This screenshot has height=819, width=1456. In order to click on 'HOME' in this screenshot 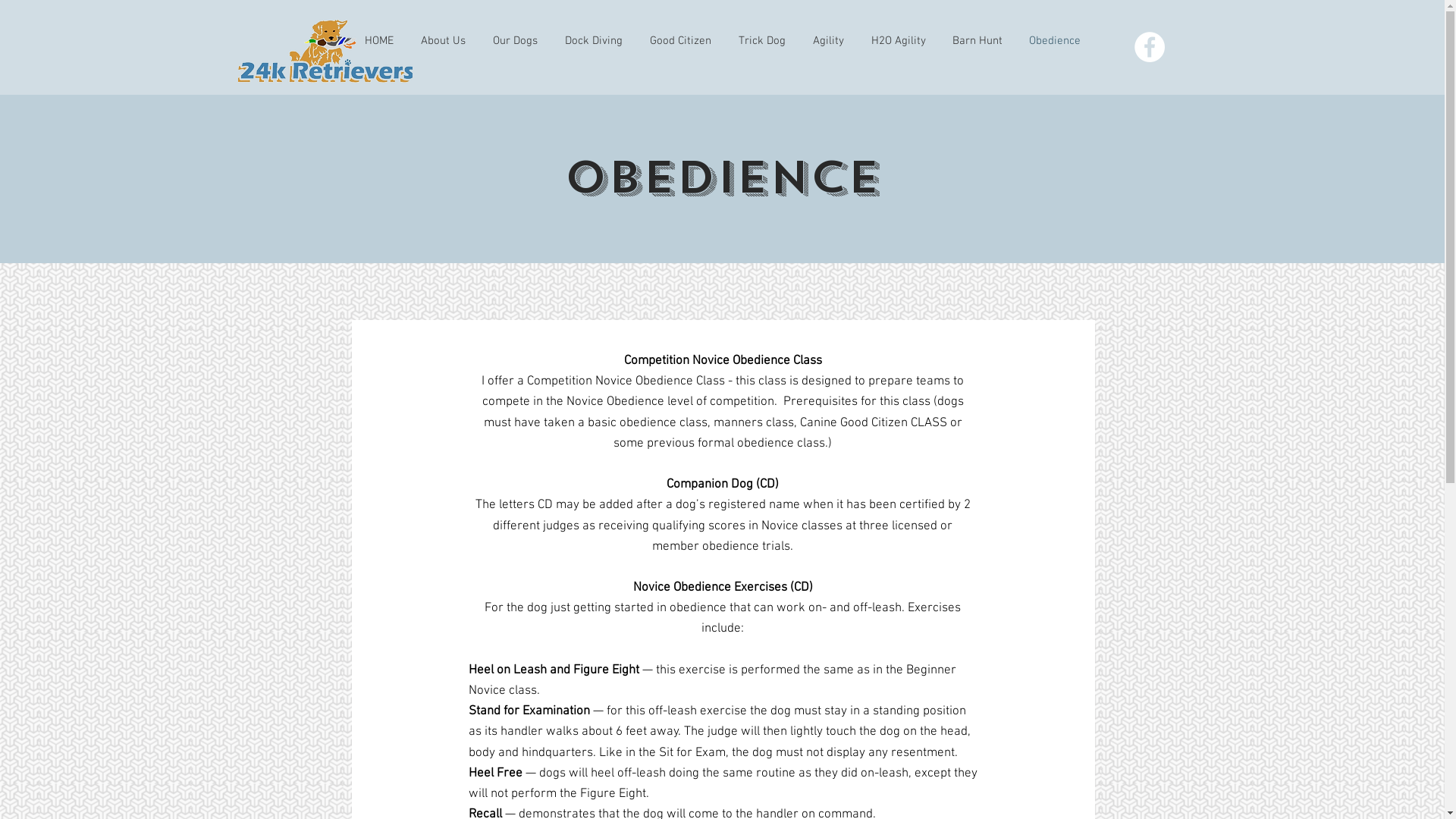, I will do `click(378, 40)`.